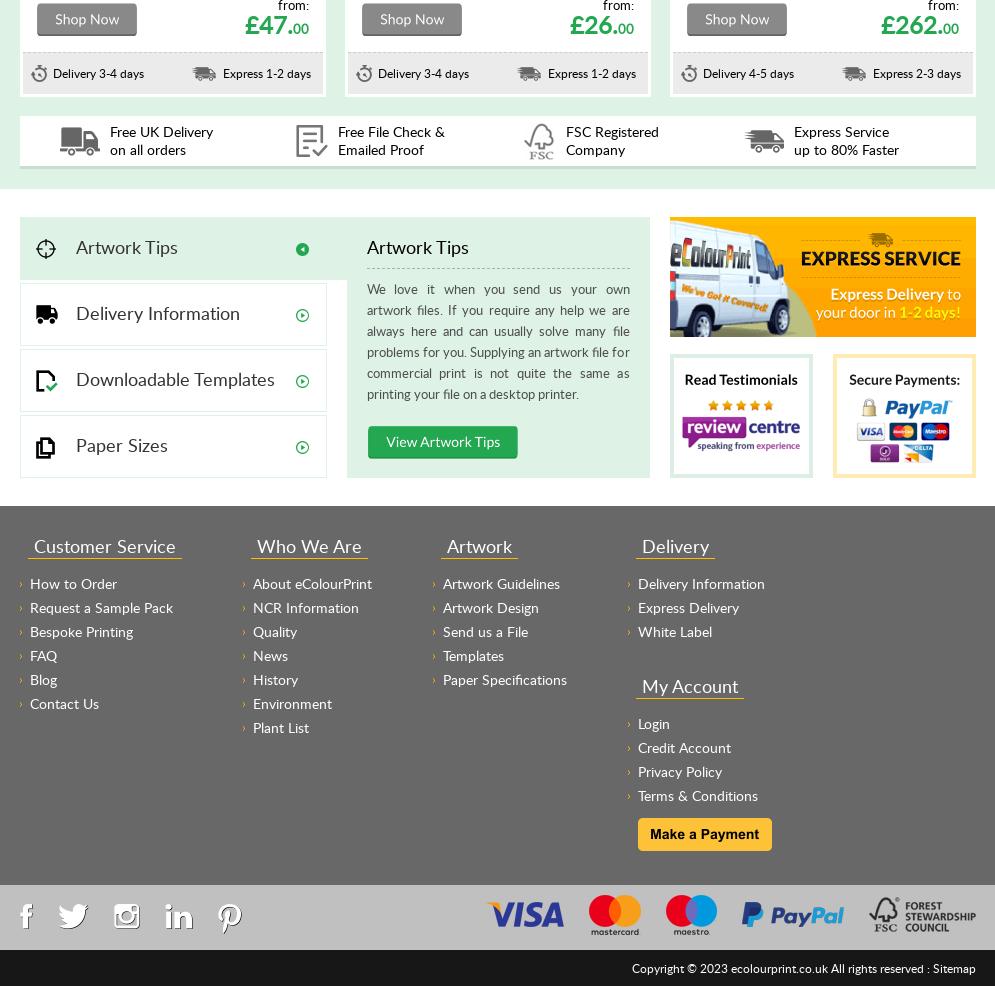 The image size is (995, 986). Describe the element at coordinates (273, 678) in the screenshot. I see `'History'` at that location.